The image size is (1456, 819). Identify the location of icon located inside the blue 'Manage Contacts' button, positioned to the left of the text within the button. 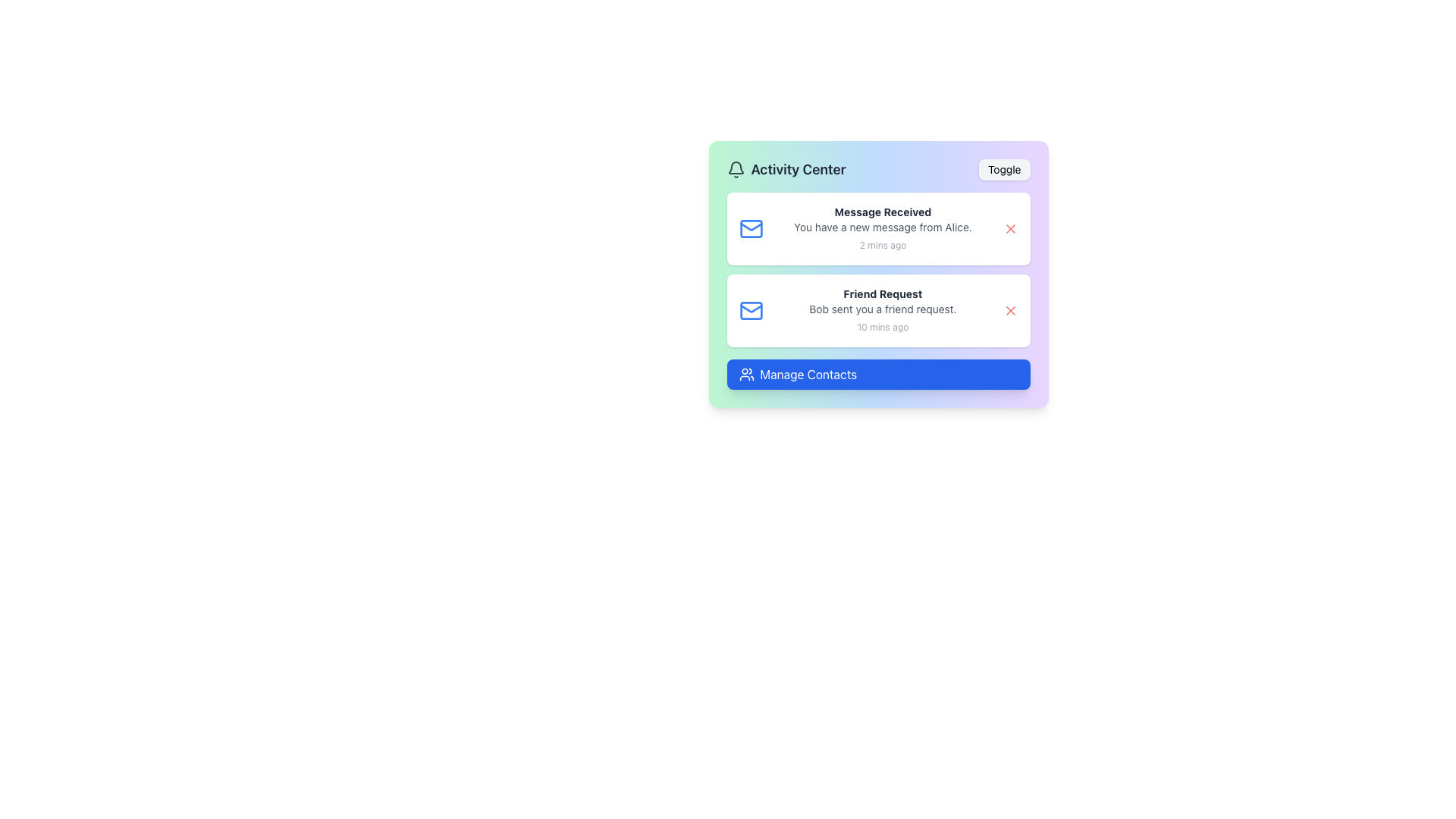
(746, 374).